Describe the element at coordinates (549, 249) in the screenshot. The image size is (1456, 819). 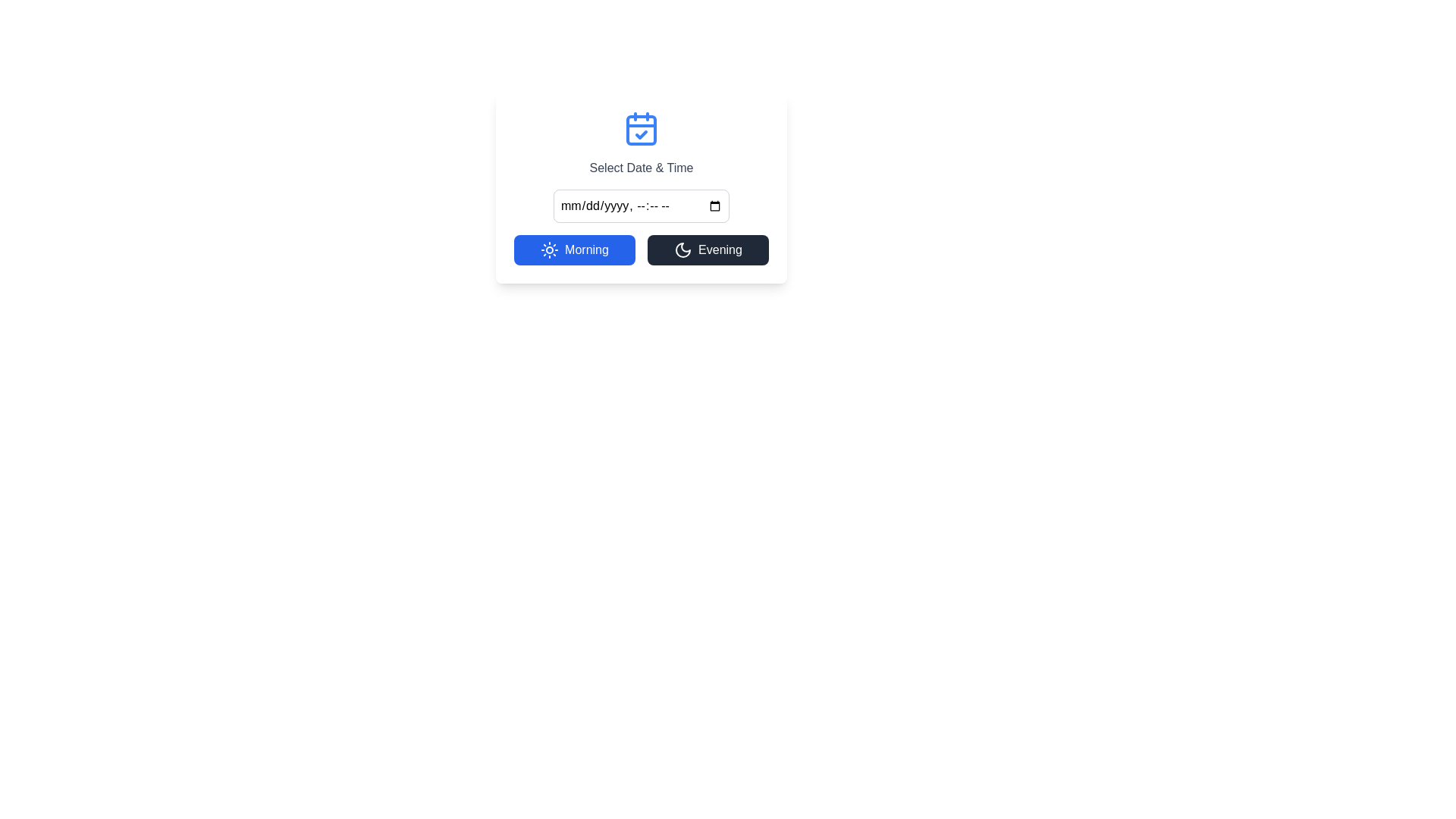
I see `the sun icon located within the blue 'Morning' button at the bottom left of the date and time selection card` at that location.